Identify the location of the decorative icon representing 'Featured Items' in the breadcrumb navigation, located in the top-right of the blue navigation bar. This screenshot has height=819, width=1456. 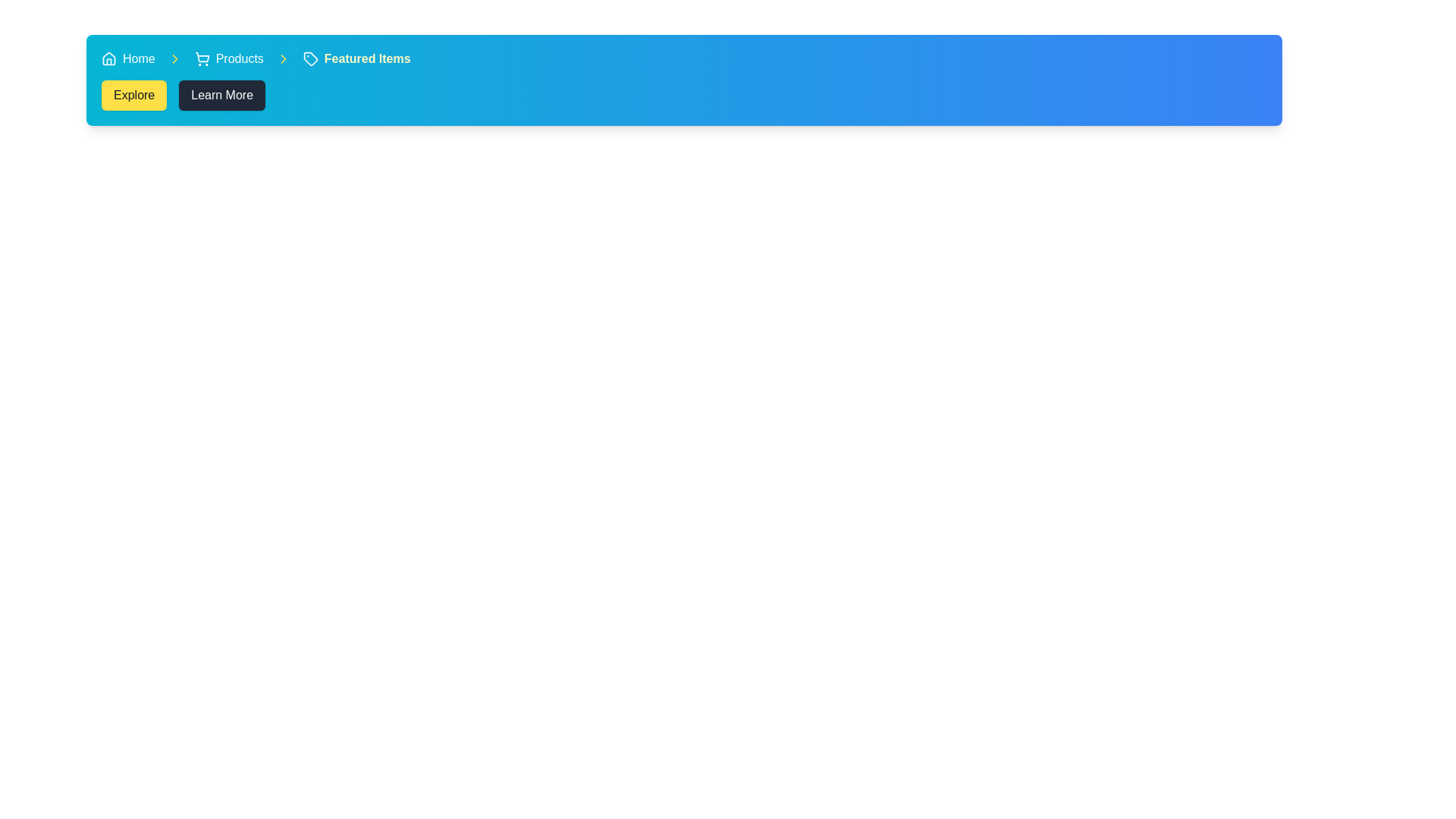
(309, 58).